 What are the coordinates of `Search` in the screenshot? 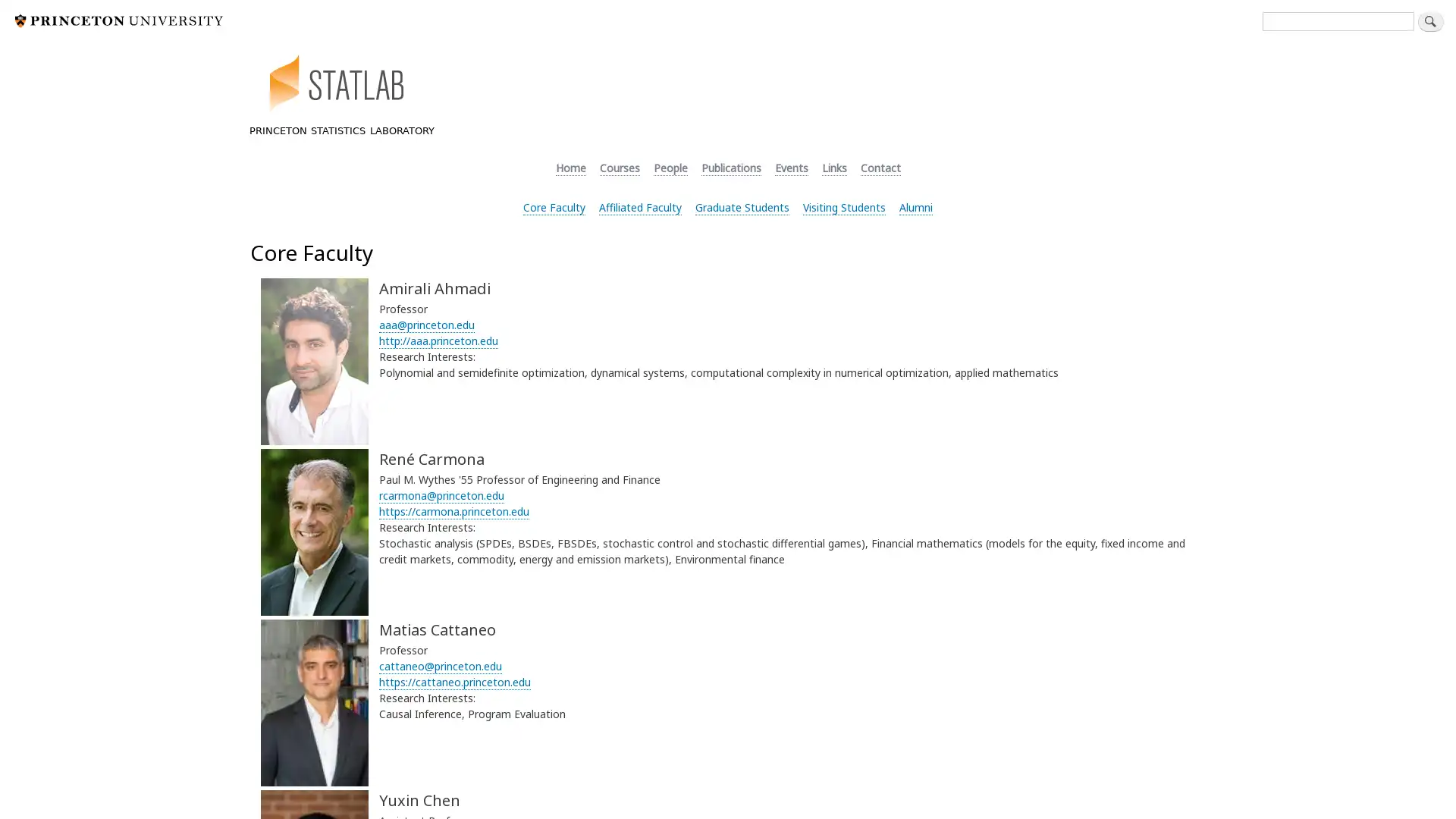 It's located at (1429, 20).